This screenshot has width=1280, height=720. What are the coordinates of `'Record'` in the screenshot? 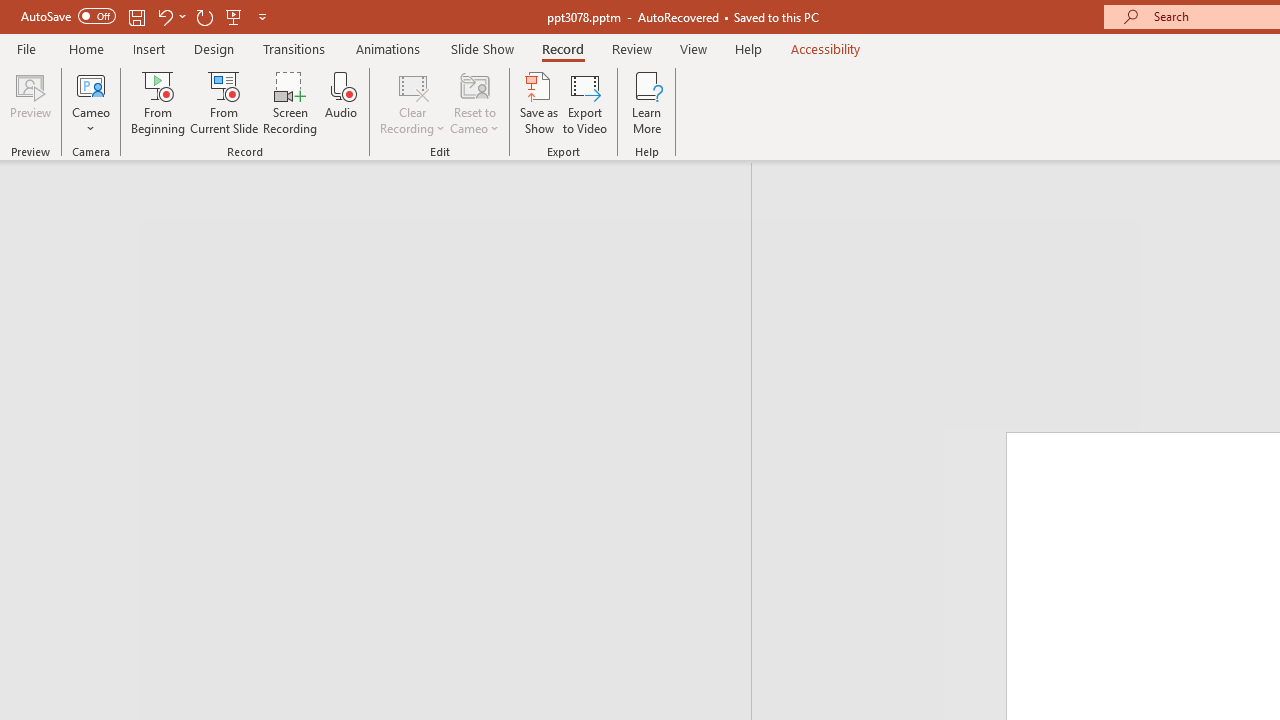 It's located at (561, 48).